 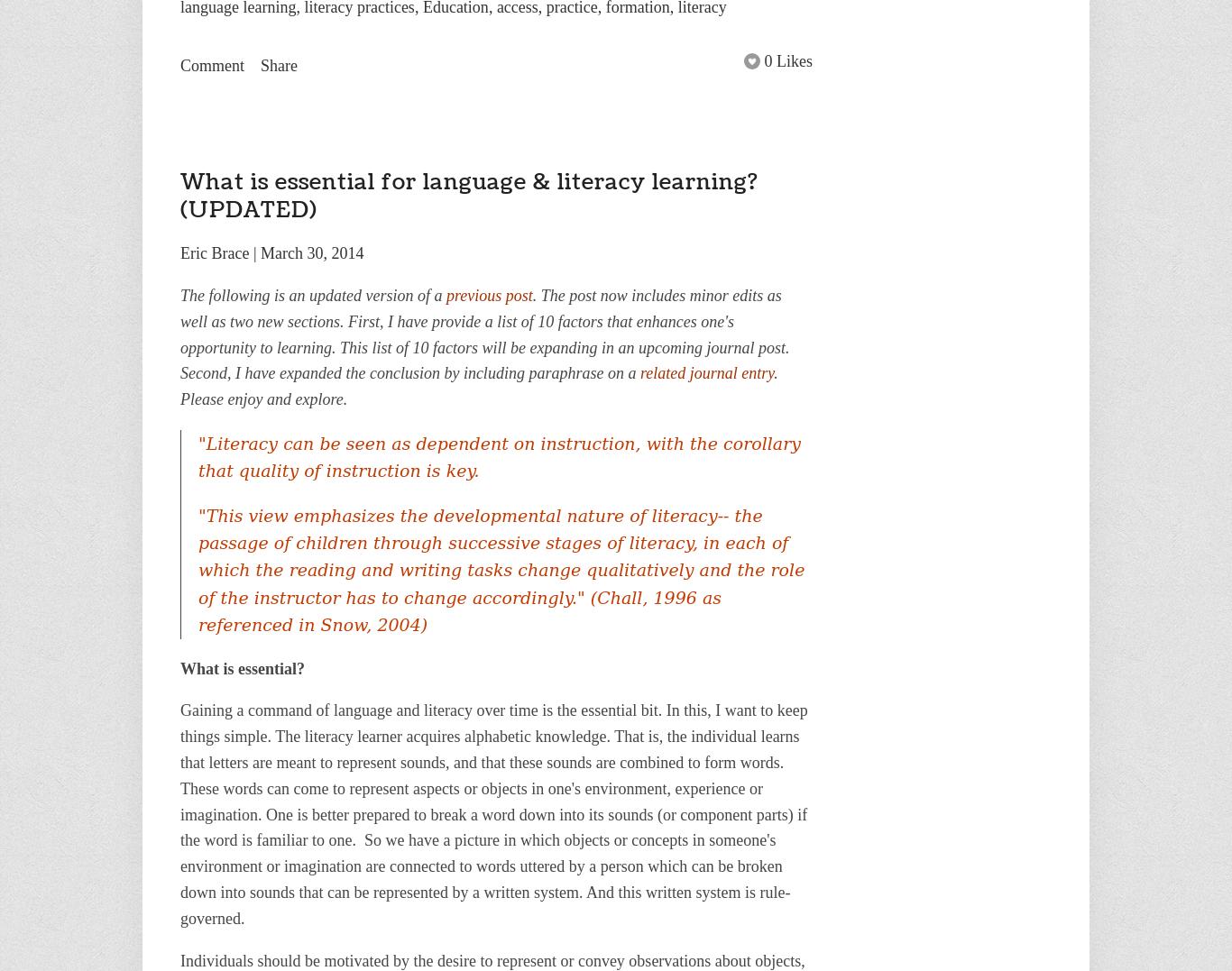 I want to click on 'Gaining a command of language and literacy over time is the essential bit. In this, I want to keep things simple. The literacy learner acquires alphabetic knowledge. That is, the individual learns that letters are meant to represent sounds, and that these sounds are combined to form words. These words can come to represent aspects or objects in one's environment, experience or imagination. One is better prepared to break a word down into its sounds (or component parts) if the word is familiar to one.  So we have a picture in which objects or concepts in someone's environment or imagination are connected to words uttered by a person which can be broken down into sounds that can be represented by a written system. And this written system is rule-governed.', so click(x=493, y=813).